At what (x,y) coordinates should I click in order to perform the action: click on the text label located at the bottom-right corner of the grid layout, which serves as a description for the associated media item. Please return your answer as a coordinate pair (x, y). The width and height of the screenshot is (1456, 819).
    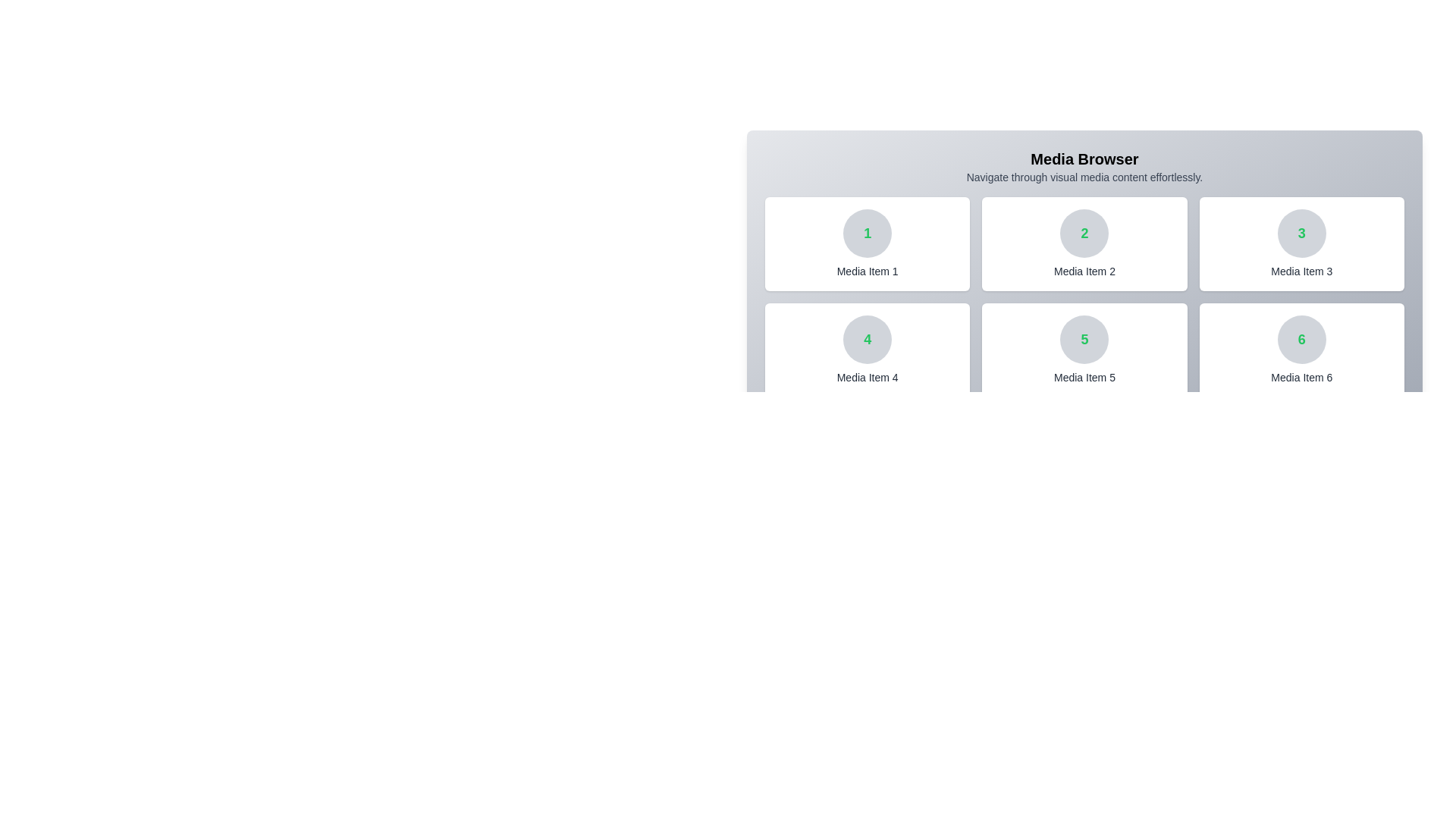
    Looking at the image, I should click on (1301, 376).